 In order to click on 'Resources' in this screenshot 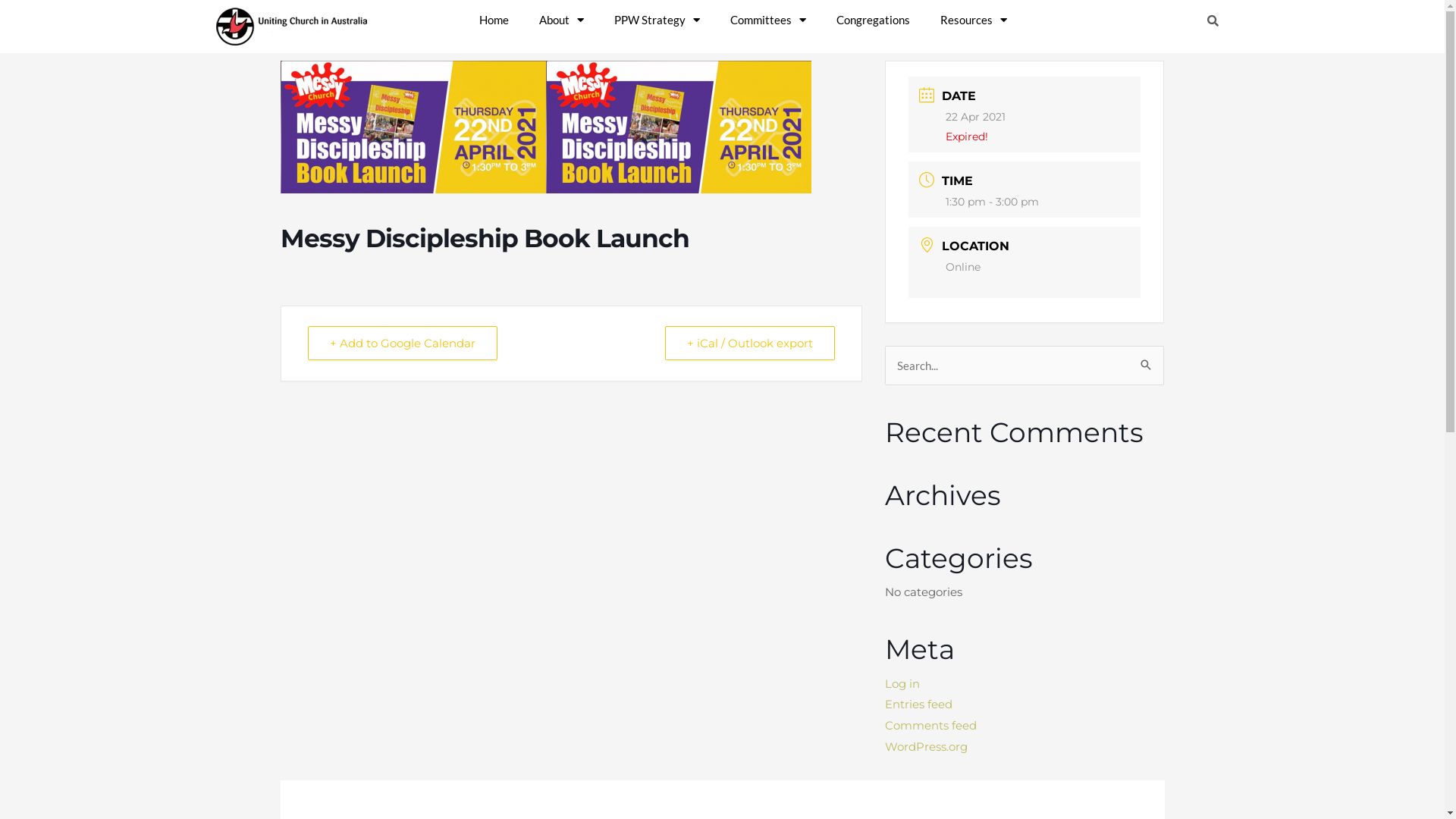, I will do `click(973, 20)`.